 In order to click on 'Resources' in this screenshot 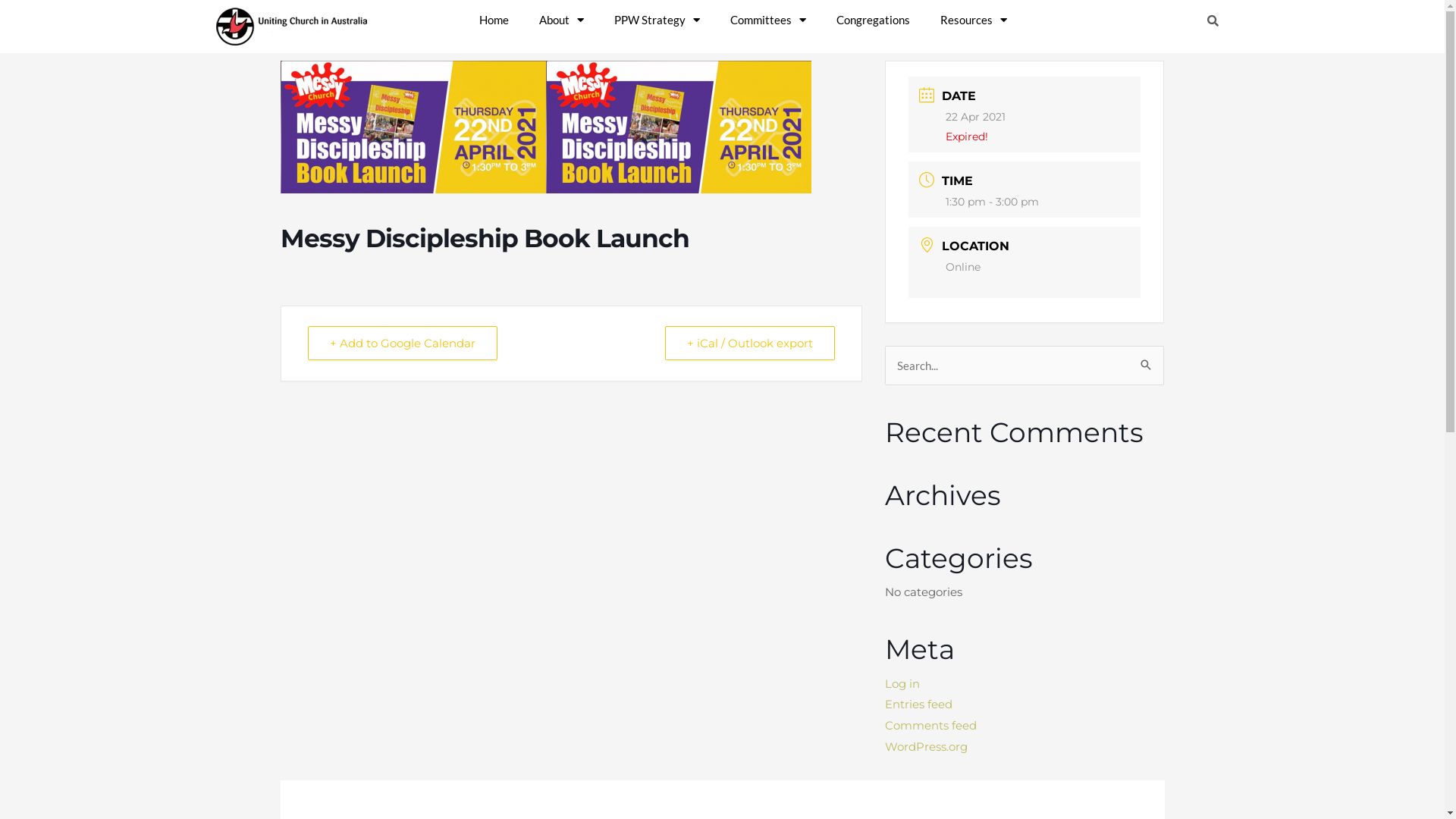, I will do `click(973, 20)`.